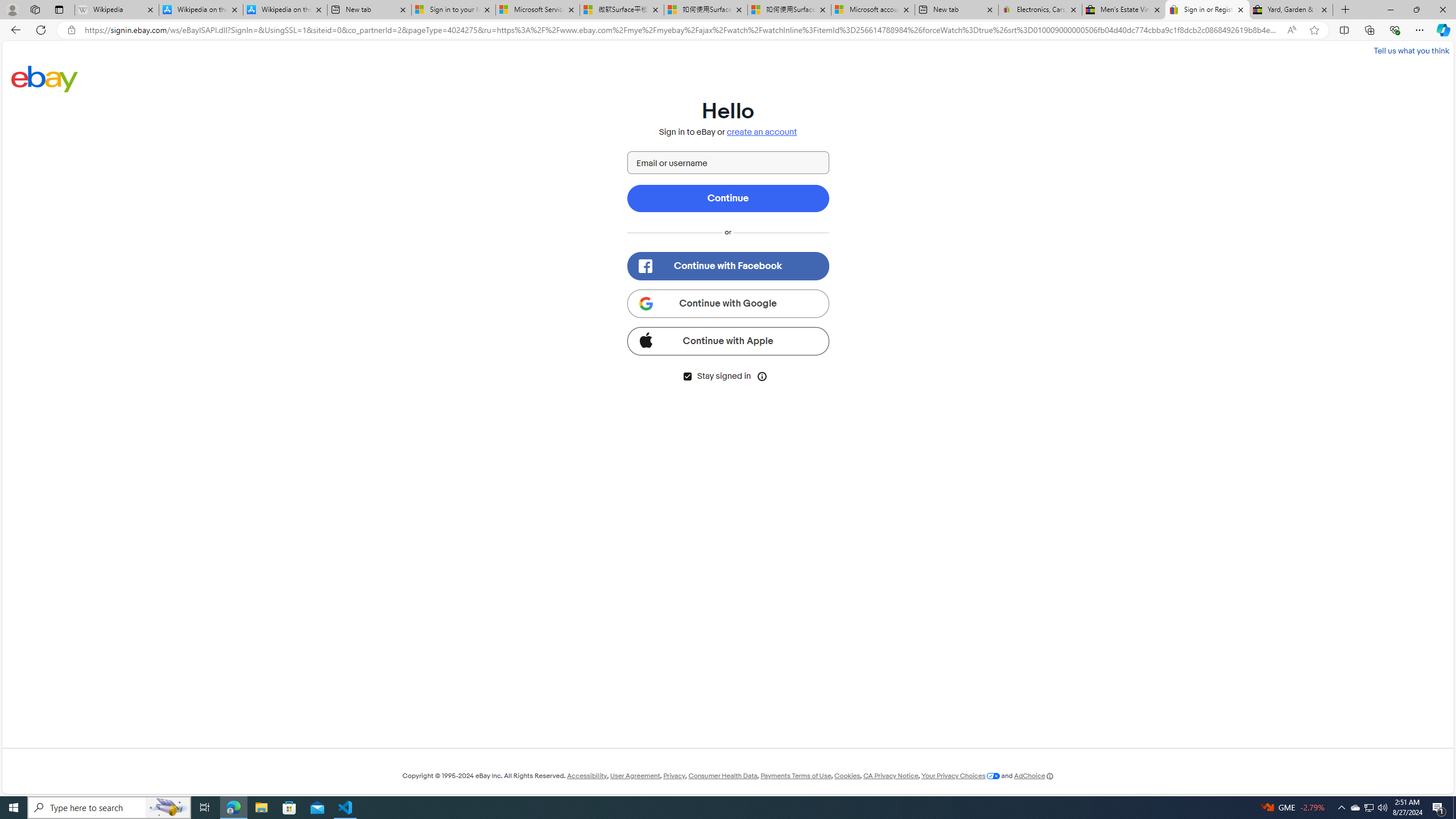  Describe the element at coordinates (728, 266) in the screenshot. I see `'Continue with Facebook'` at that location.